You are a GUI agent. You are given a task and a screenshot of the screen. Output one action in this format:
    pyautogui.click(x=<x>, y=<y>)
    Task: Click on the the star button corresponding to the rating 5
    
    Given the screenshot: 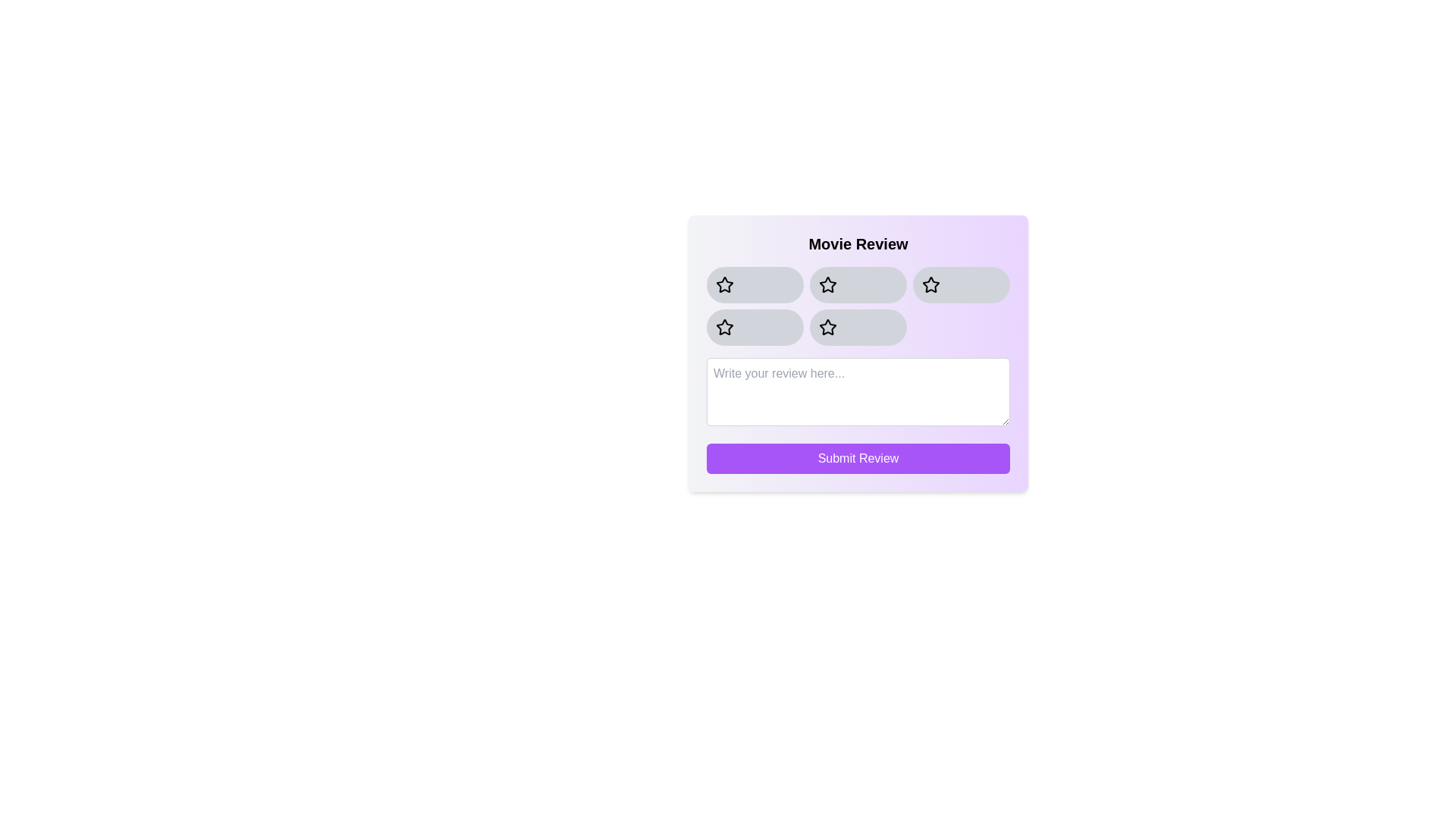 What is the action you would take?
    pyautogui.click(x=858, y=327)
    